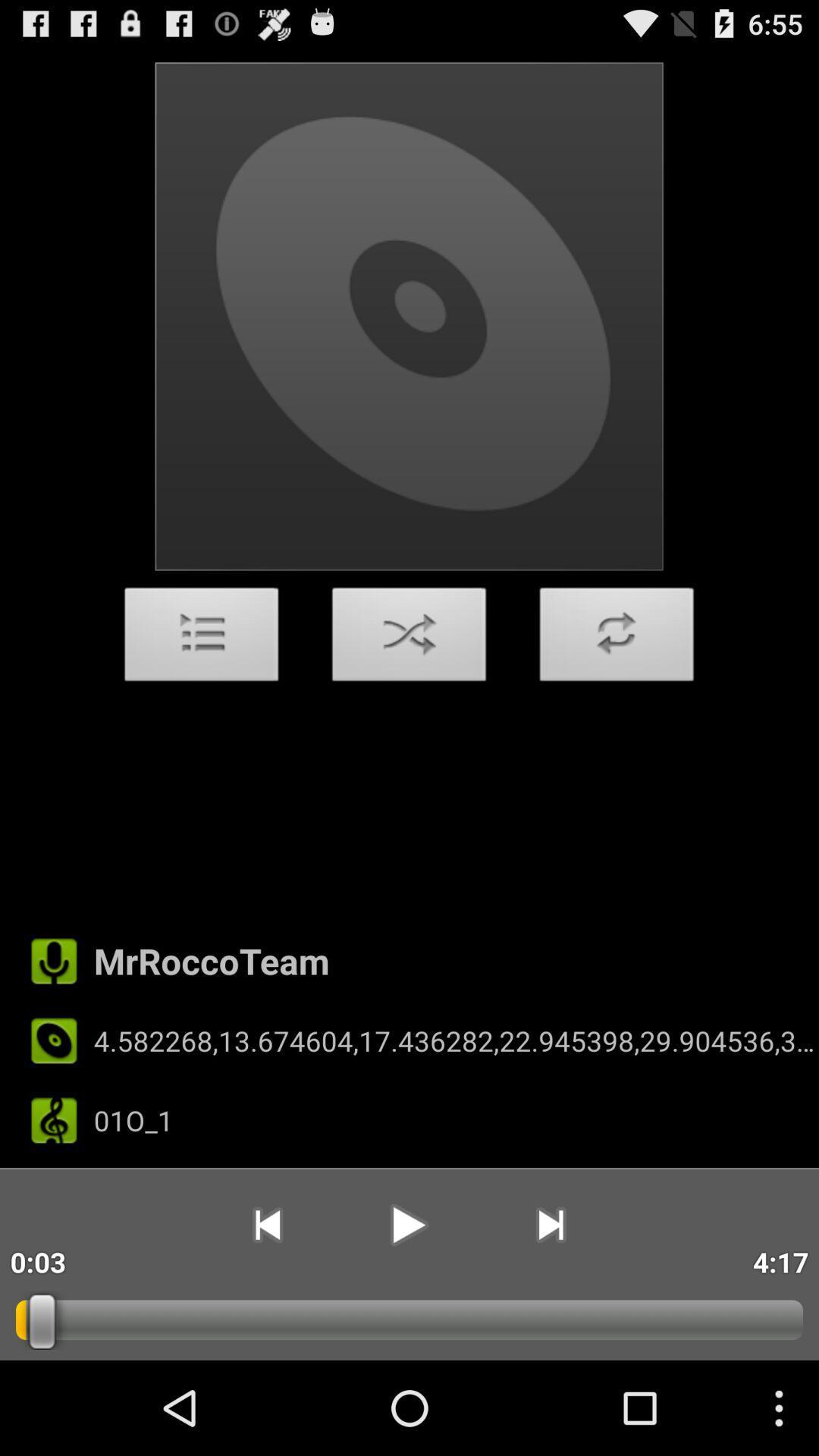 This screenshot has height=1456, width=819. What do you see at coordinates (409, 639) in the screenshot?
I see `app above the mrroccoteam icon` at bounding box center [409, 639].